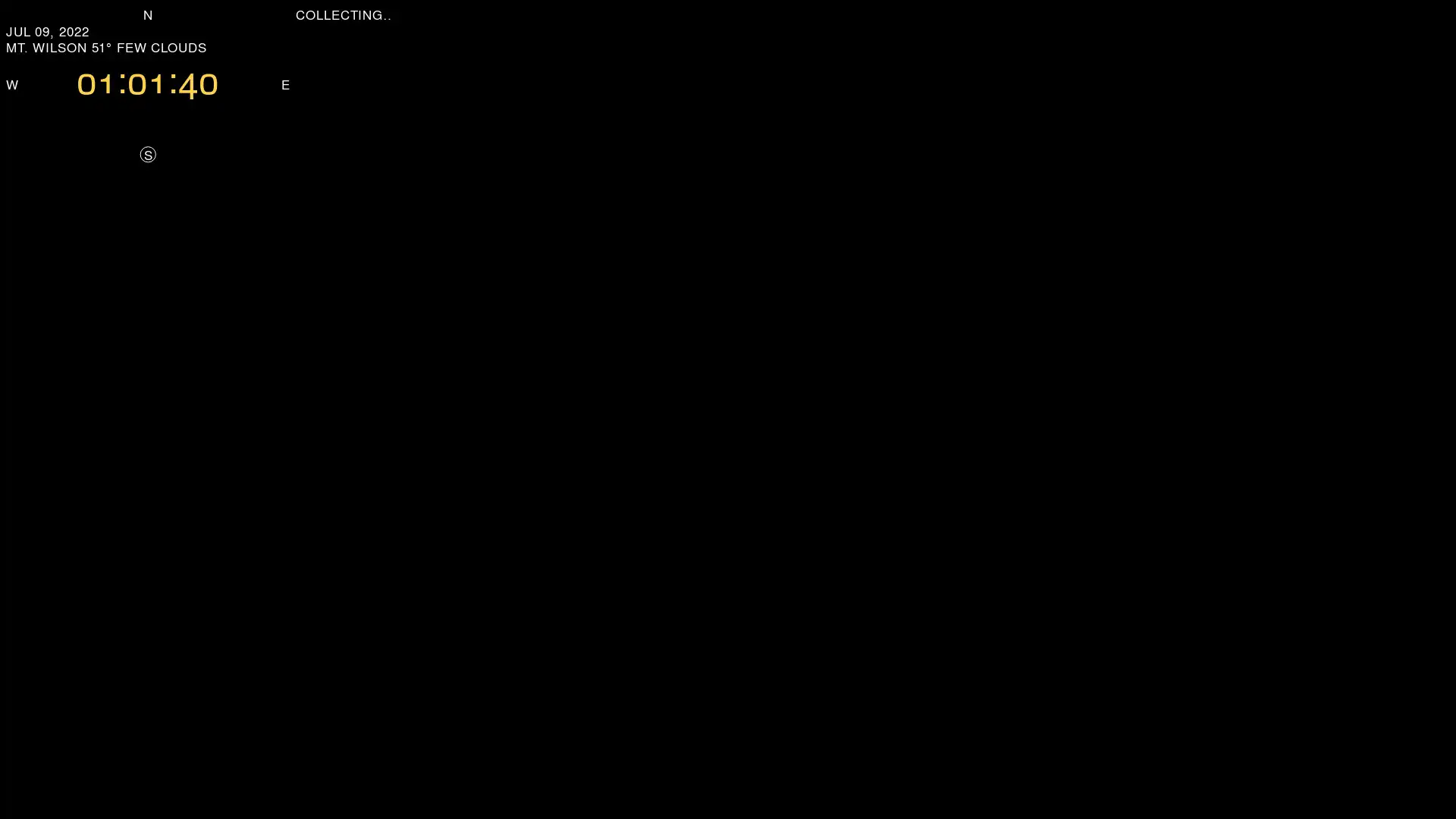 Image resolution: width=1456 pixels, height=819 pixels. I want to click on W, so click(11, 83).